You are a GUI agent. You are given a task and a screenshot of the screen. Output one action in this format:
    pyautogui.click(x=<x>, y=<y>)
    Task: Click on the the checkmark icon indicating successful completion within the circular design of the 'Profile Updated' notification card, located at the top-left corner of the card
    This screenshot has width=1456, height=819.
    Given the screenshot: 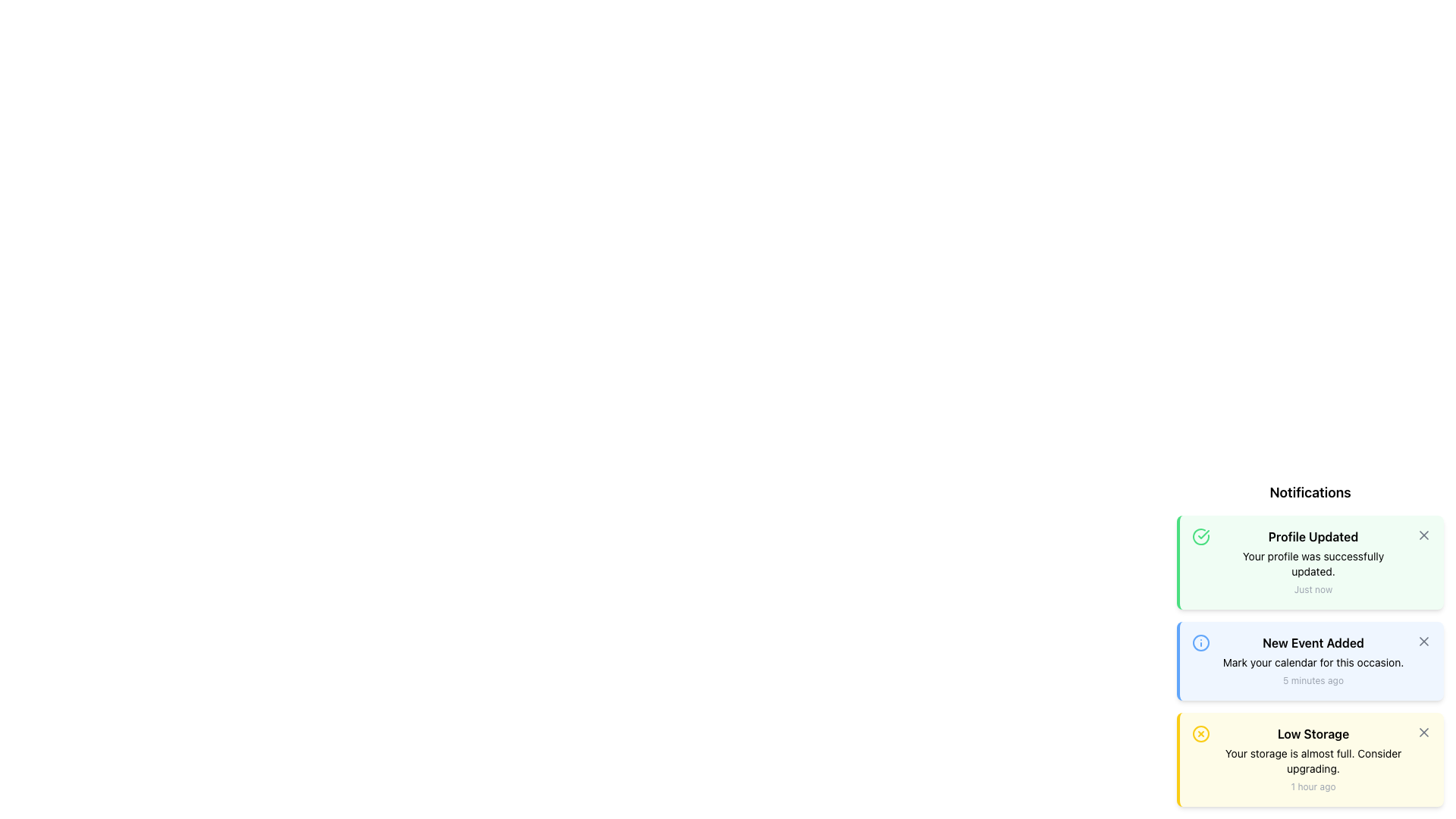 What is the action you would take?
    pyautogui.click(x=1203, y=534)
    